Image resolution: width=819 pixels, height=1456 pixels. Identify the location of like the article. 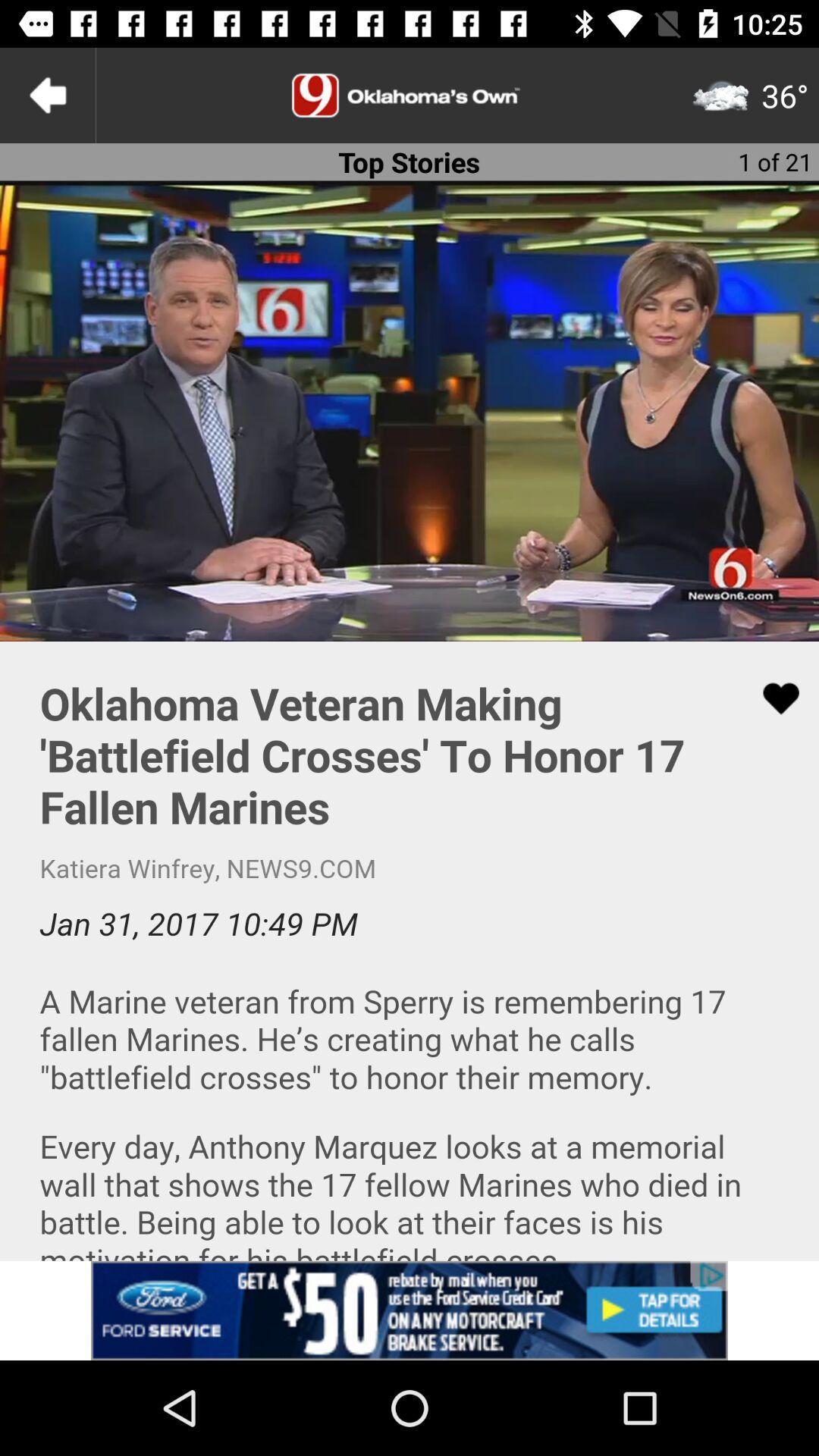
(771, 698).